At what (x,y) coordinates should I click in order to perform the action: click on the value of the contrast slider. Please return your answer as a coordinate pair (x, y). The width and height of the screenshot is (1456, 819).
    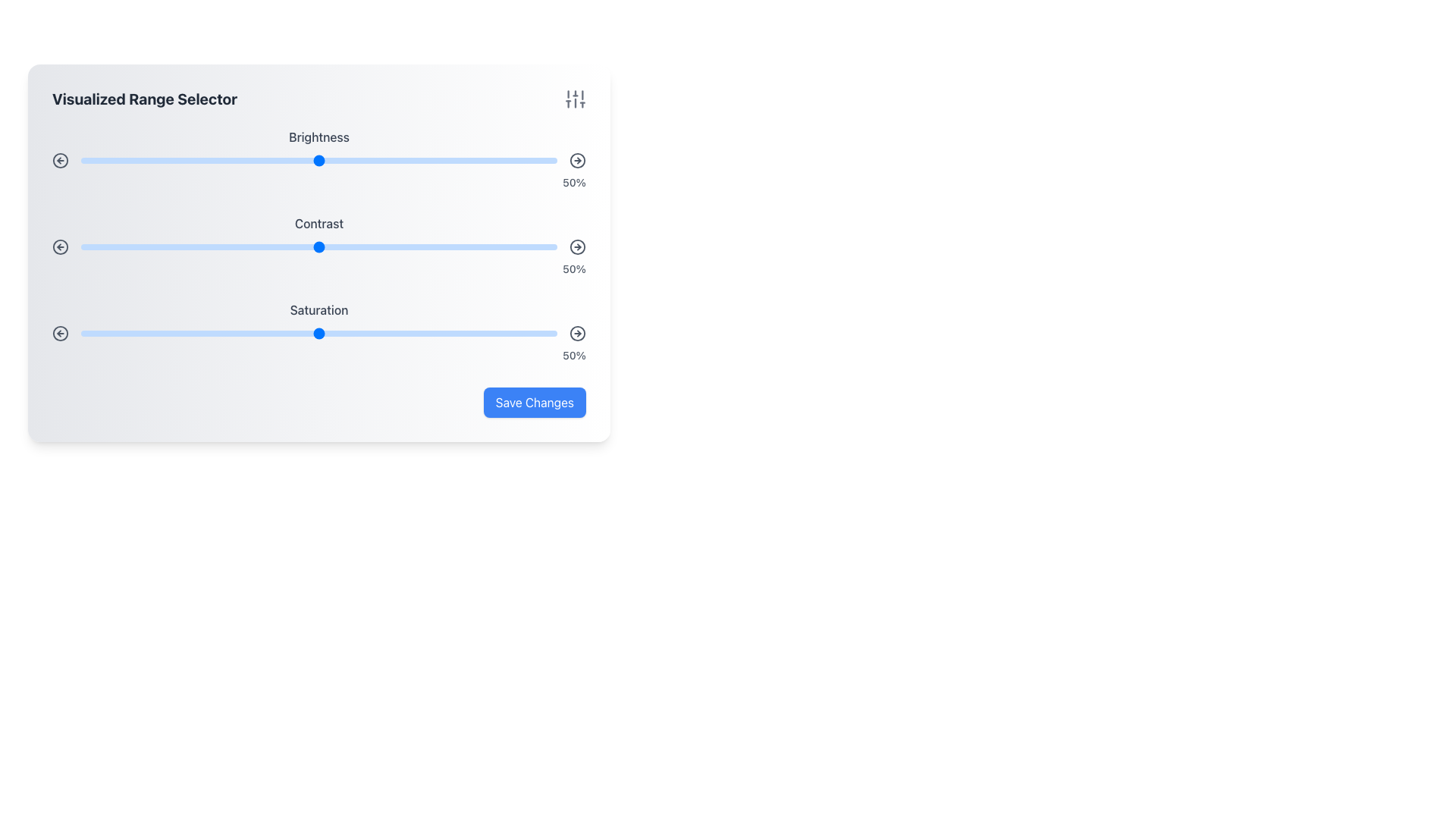
    Looking at the image, I should click on (381, 246).